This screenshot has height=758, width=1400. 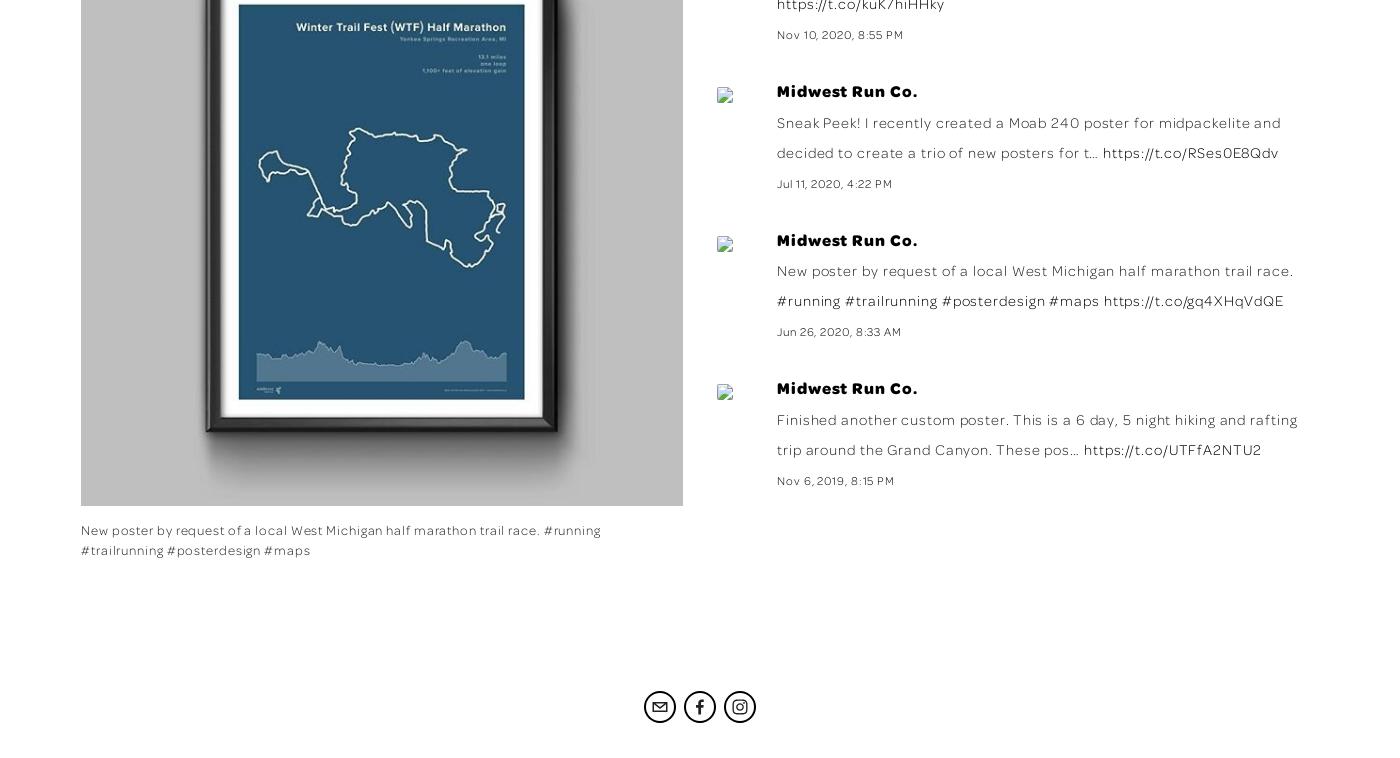 What do you see at coordinates (1035, 270) in the screenshot?
I see `'New poster by request of a local West Michigan half marathon trail race.'` at bounding box center [1035, 270].